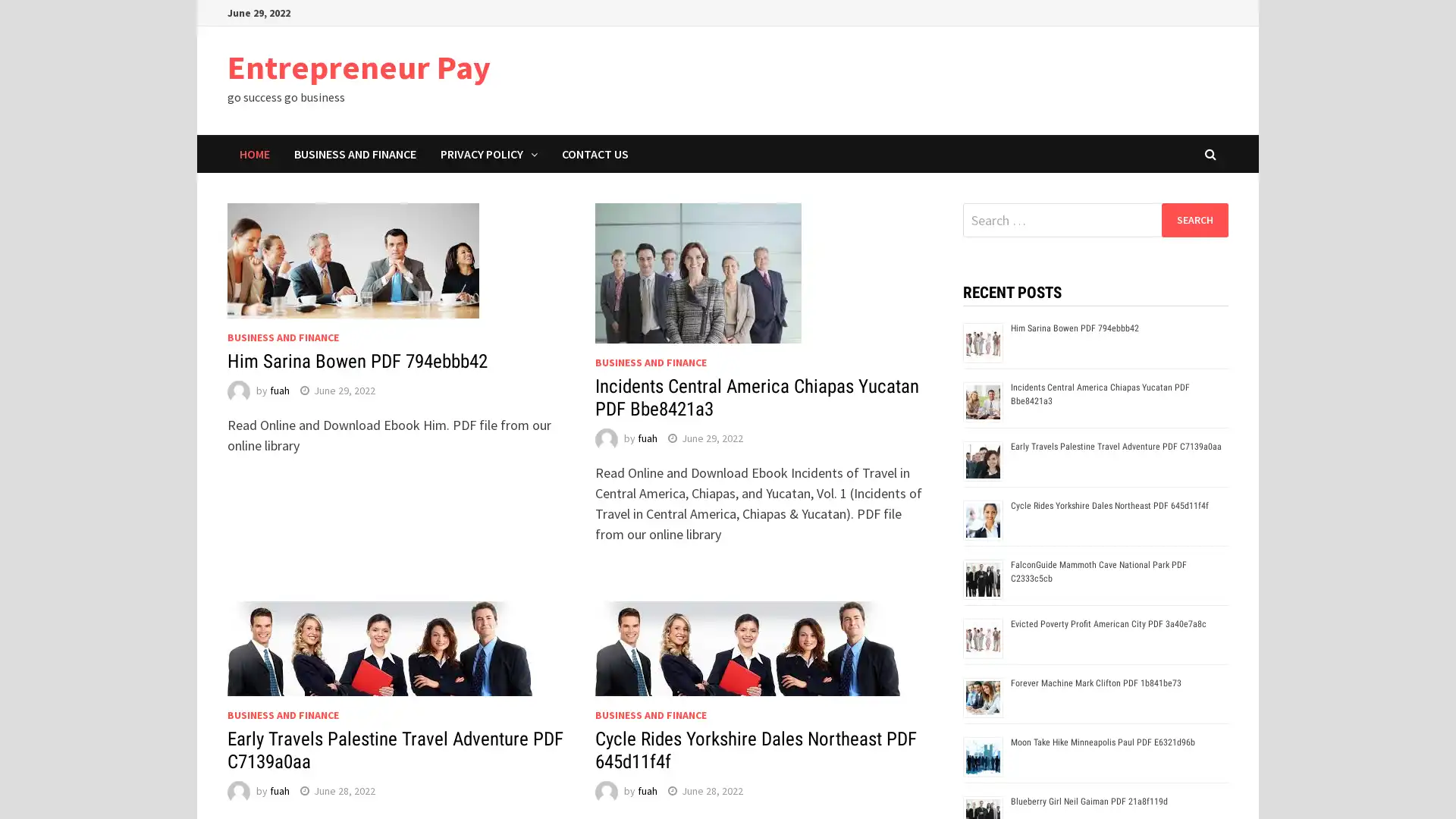 Image resolution: width=1456 pixels, height=819 pixels. Describe the element at coordinates (1194, 219) in the screenshot. I see `Search` at that location.